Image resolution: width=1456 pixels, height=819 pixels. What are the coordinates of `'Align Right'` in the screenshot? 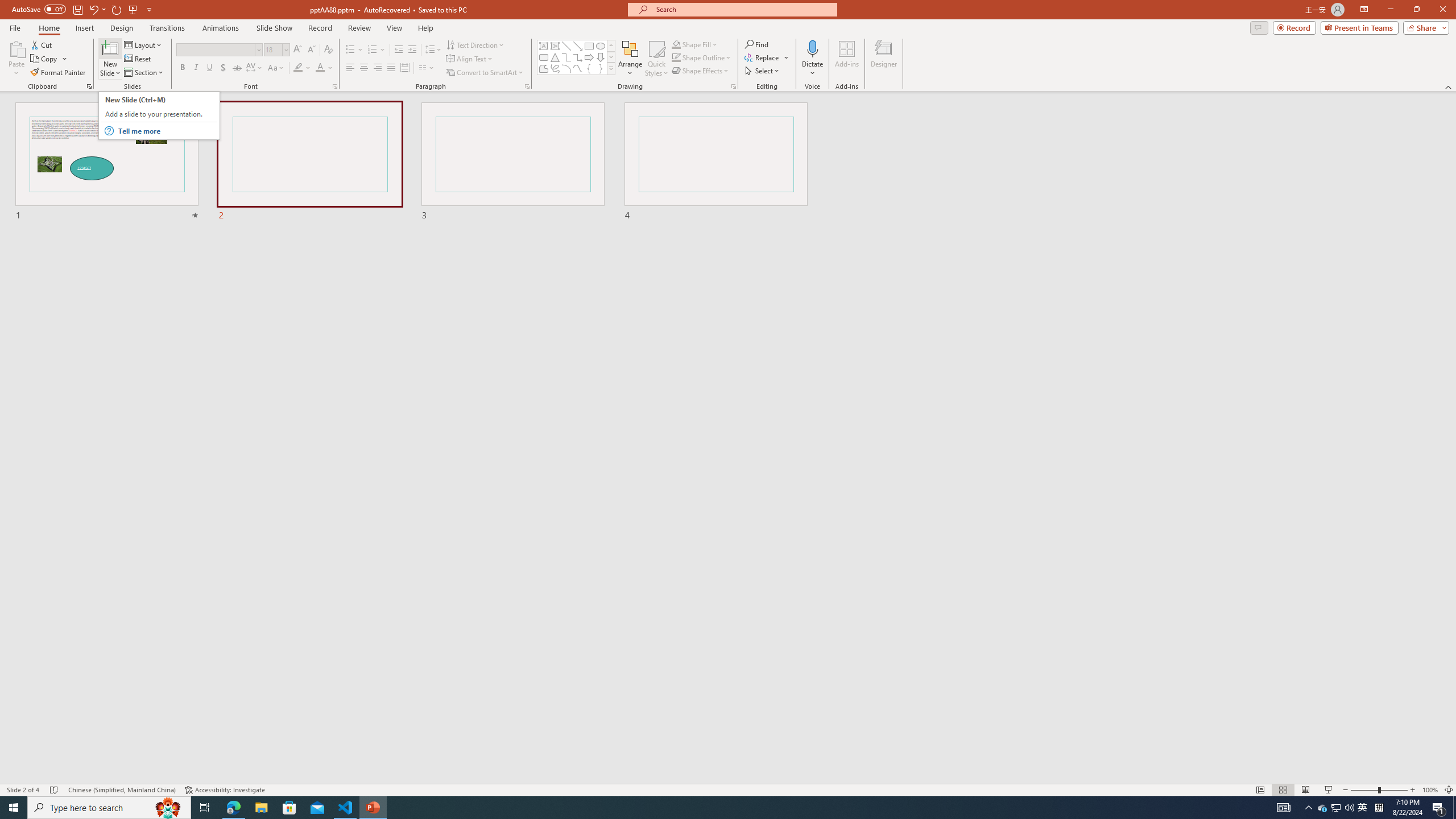 It's located at (378, 67).